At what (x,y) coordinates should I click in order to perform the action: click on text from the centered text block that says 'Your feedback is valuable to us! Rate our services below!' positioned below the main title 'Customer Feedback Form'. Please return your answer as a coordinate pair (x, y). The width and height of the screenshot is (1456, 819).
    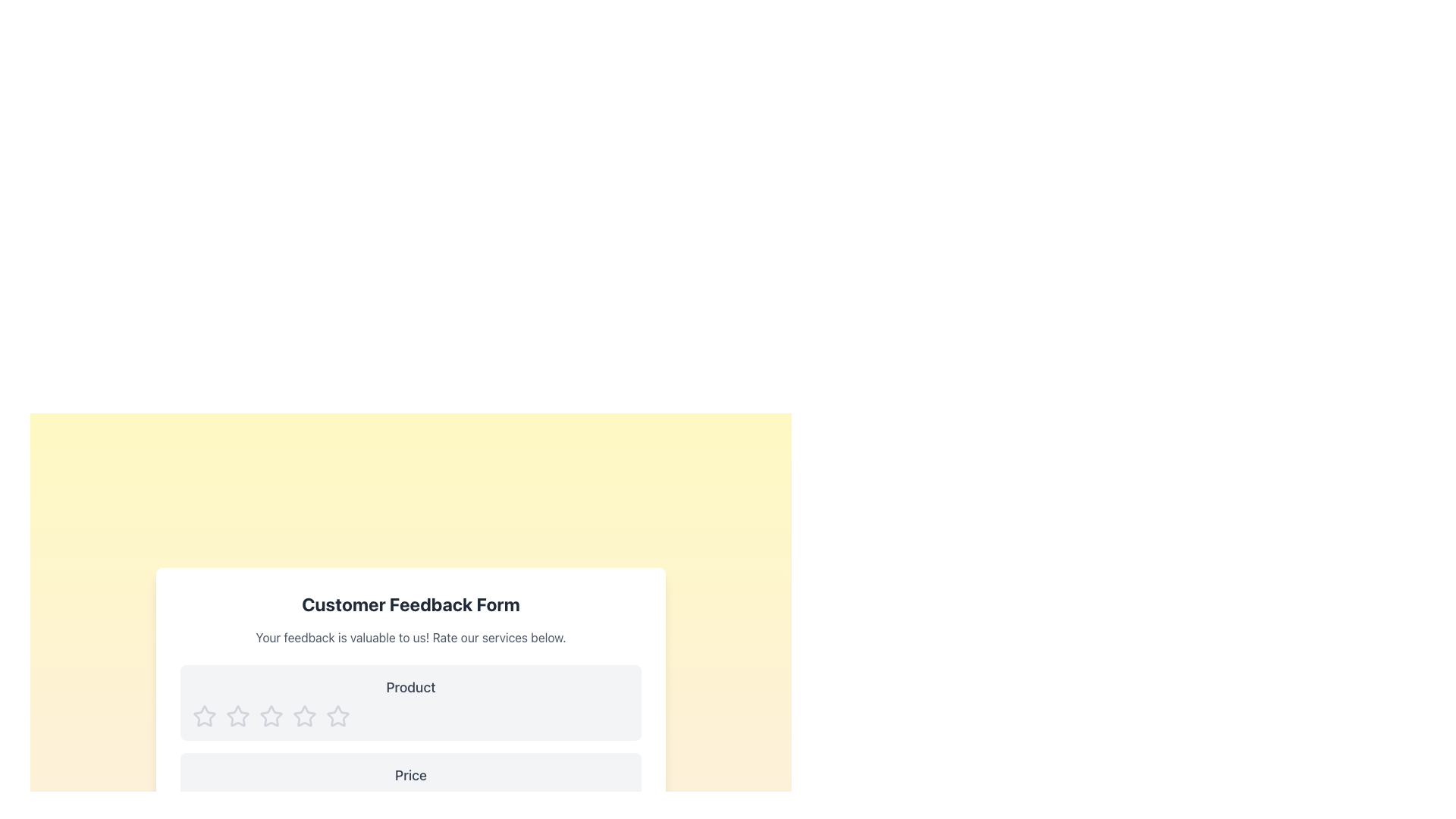
    Looking at the image, I should click on (411, 637).